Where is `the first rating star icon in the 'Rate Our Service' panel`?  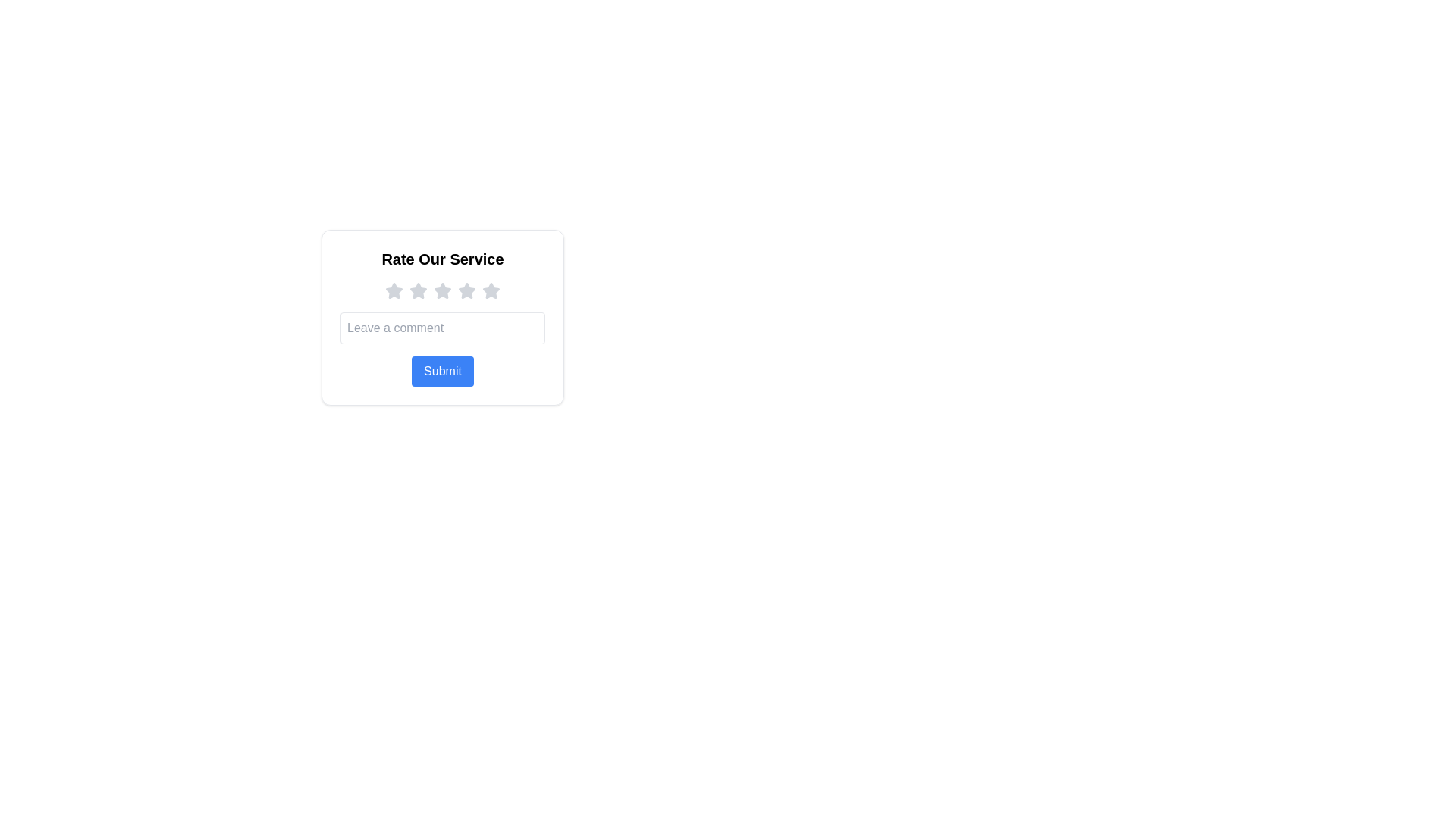
the first rating star icon in the 'Rate Our Service' panel is located at coordinates (394, 291).